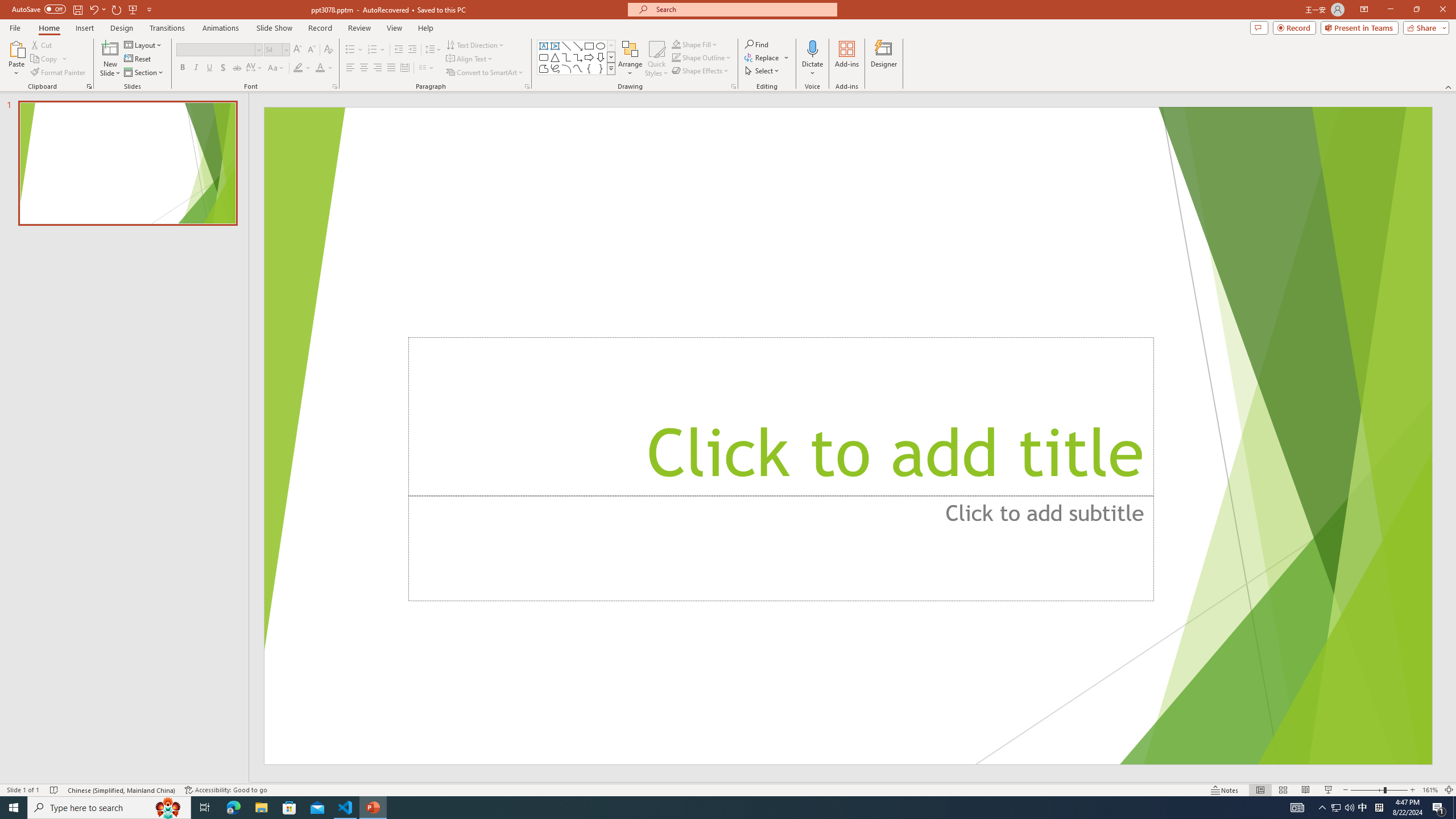  I want to click on 'Quick Styles', so click(656, 59).